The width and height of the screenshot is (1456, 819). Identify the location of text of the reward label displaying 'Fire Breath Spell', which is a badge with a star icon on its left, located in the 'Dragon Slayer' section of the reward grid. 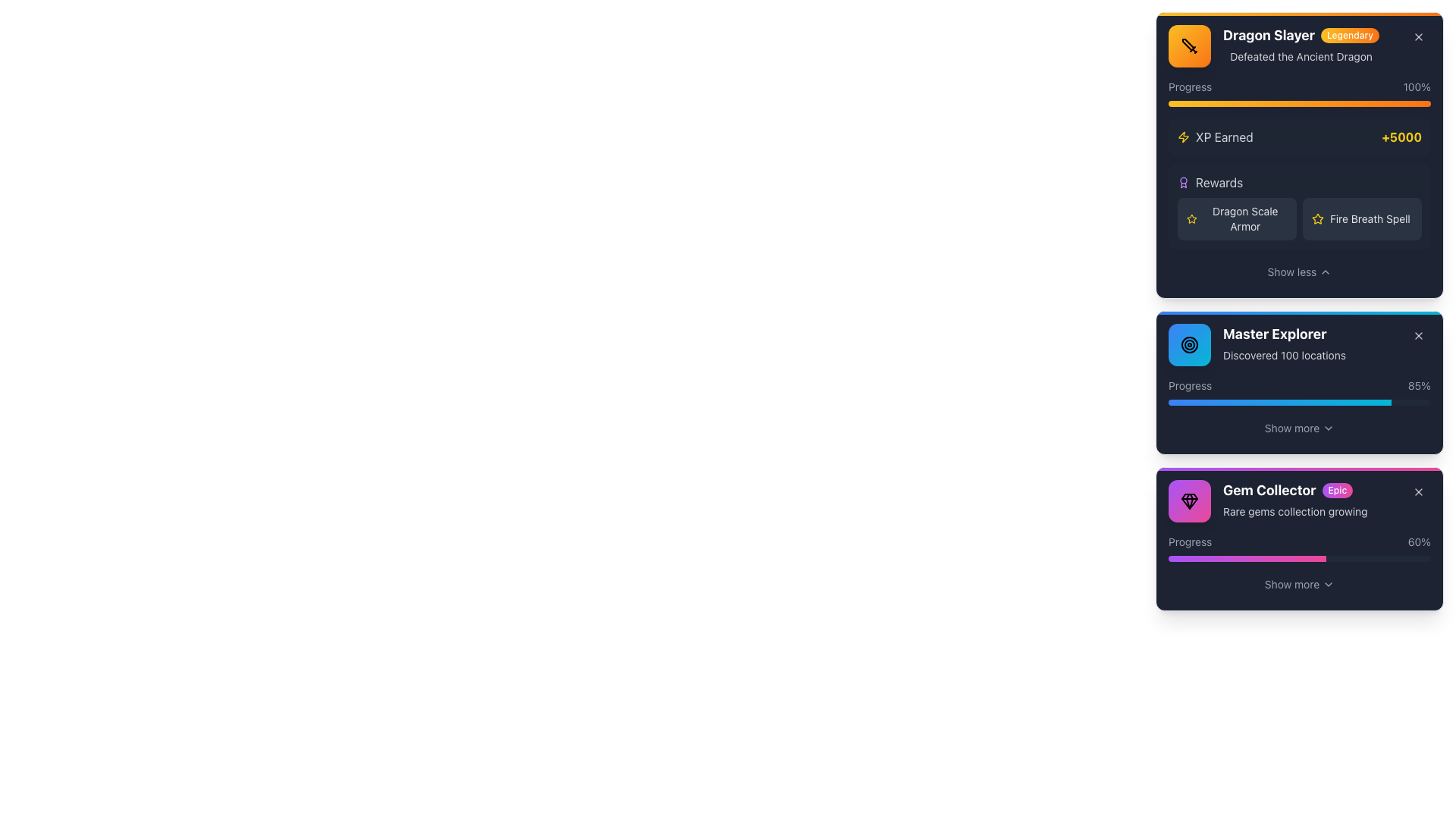
(1362, 219).